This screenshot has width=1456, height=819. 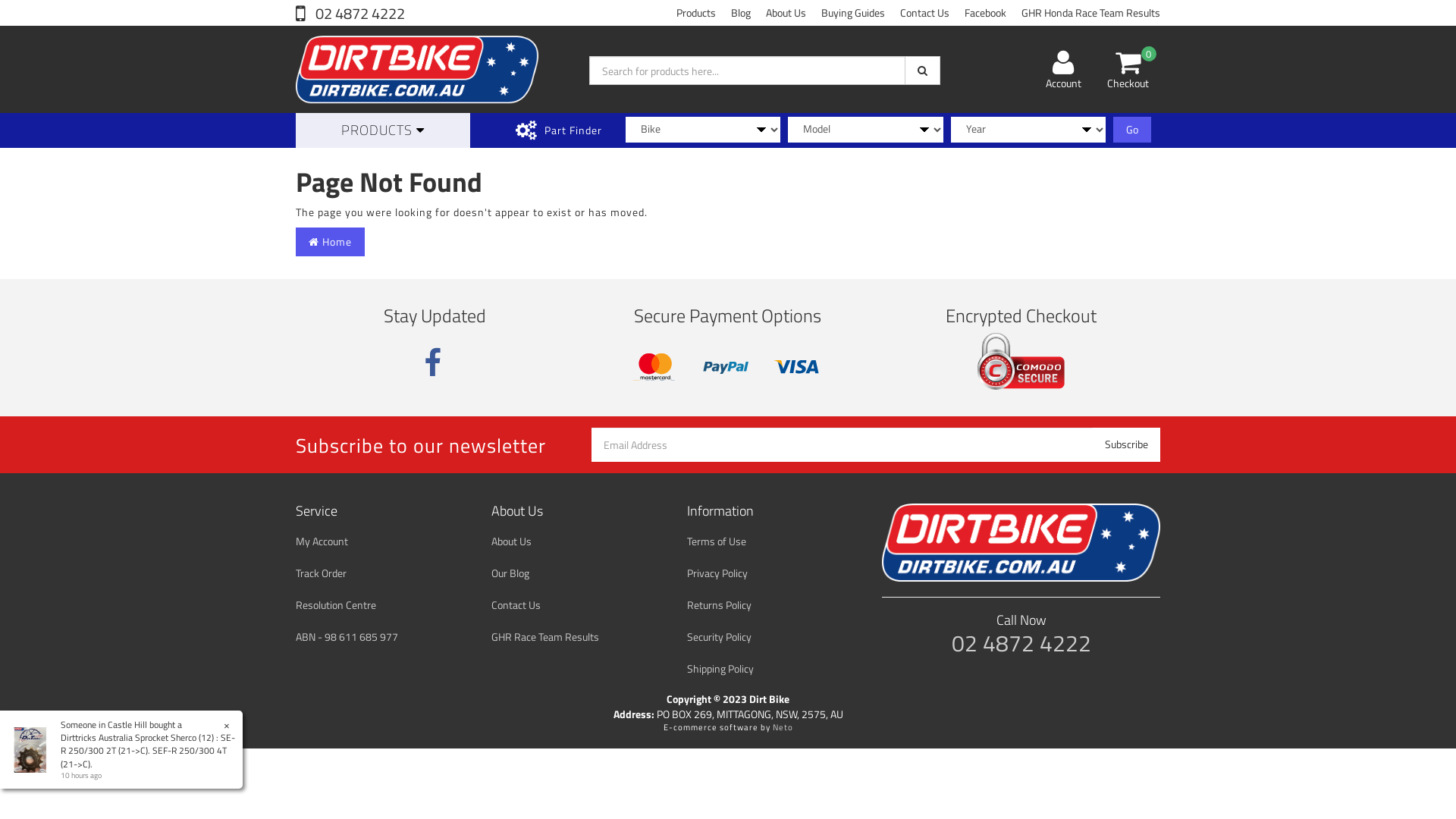 What do you see at coordinates (329, 241) in the screenshot?
I see `'Home'` at bounding box center [329, 241].